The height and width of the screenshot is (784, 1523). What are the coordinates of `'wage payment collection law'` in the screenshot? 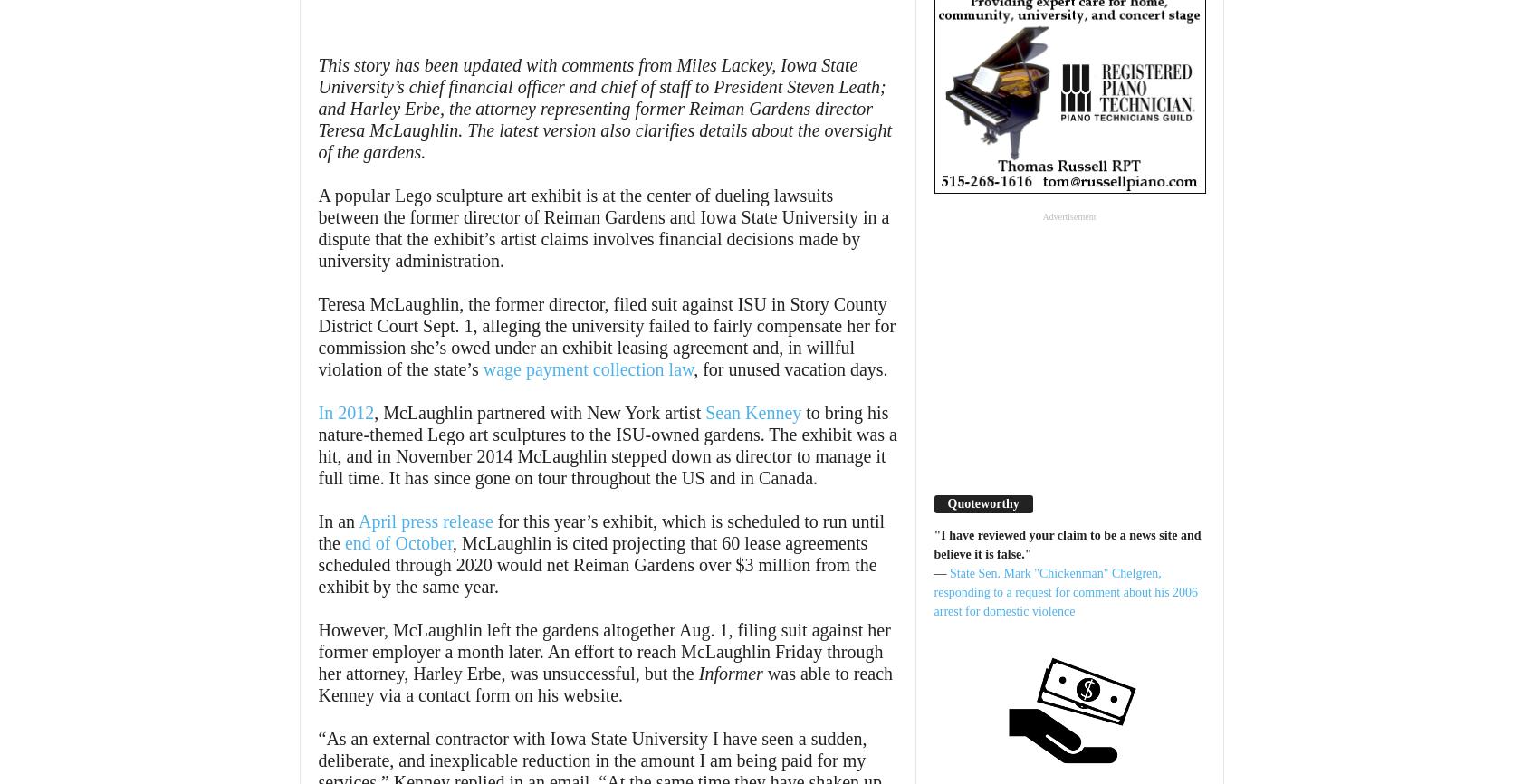 It's located at (483, 368).